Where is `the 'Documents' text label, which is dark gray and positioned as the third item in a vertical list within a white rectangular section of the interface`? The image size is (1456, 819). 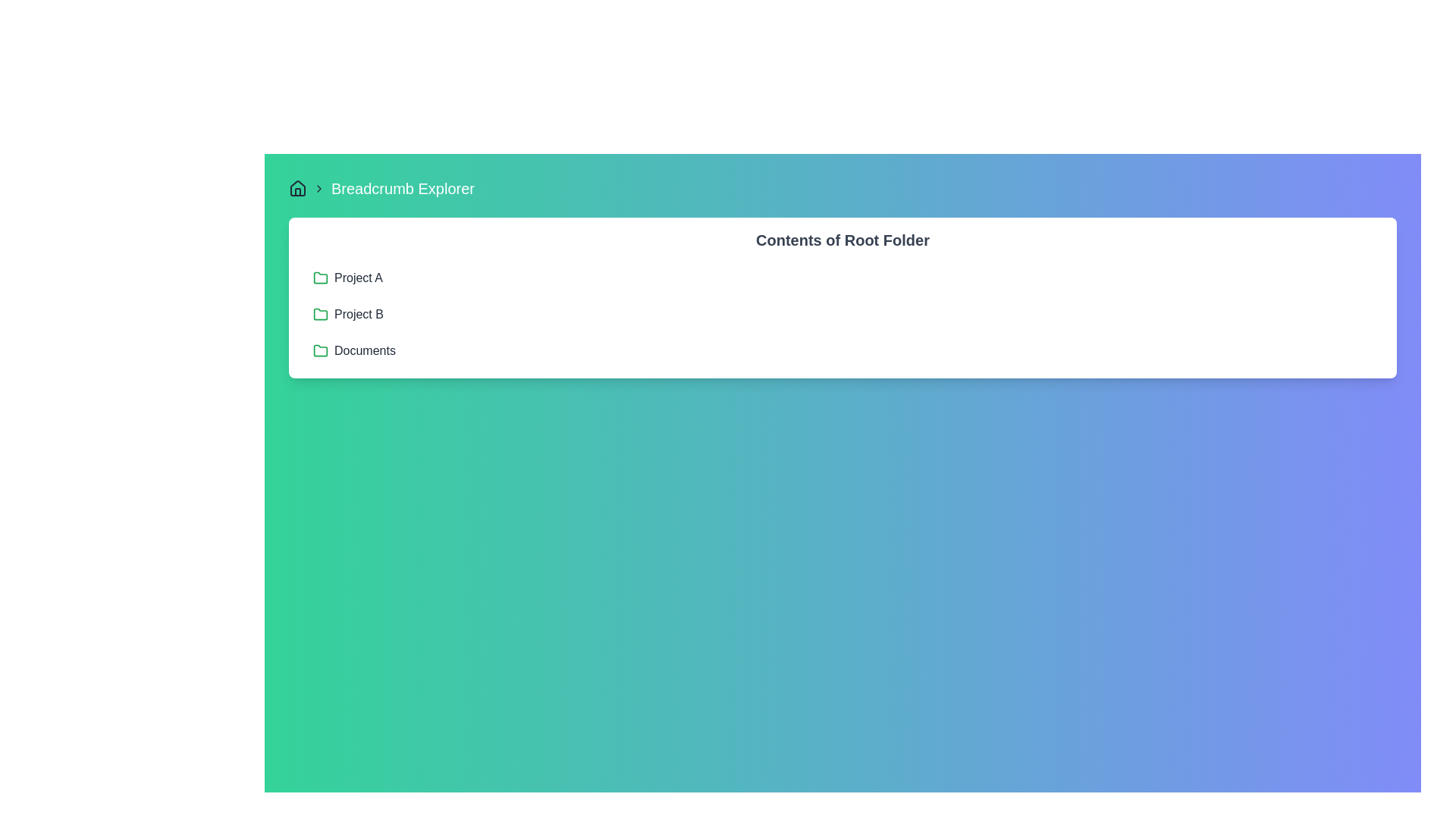
the 'Documents' text label, which is dark gray and positioned as the third item in a vertical list within a white rectangular section of the interface is located at coordinates (365, 350).